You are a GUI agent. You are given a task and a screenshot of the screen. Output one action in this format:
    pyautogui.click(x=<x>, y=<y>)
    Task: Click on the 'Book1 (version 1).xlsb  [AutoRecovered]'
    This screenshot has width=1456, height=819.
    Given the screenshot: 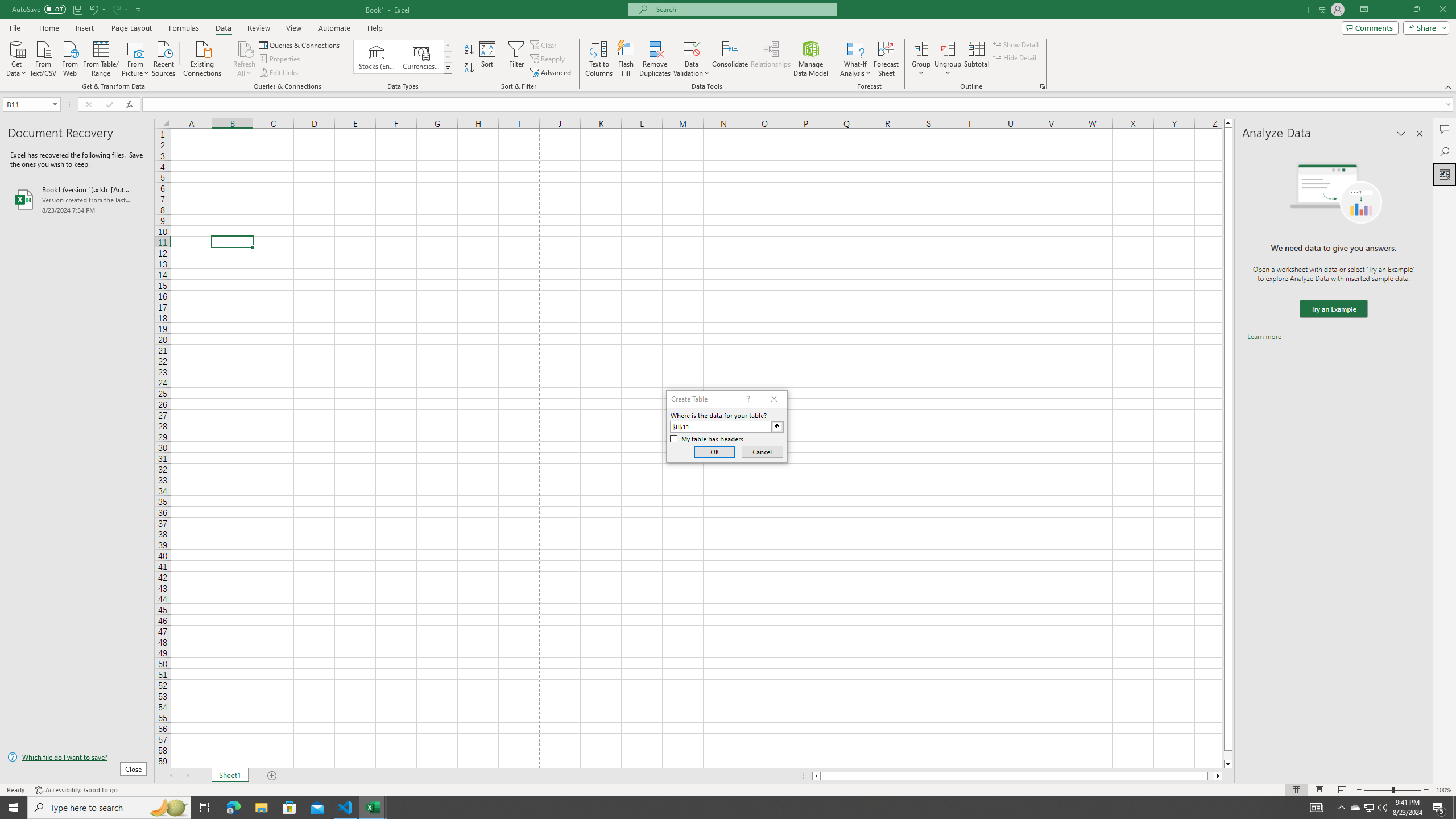 What is the action you would take?
    pyautogui.click(x=76, y=198)
    